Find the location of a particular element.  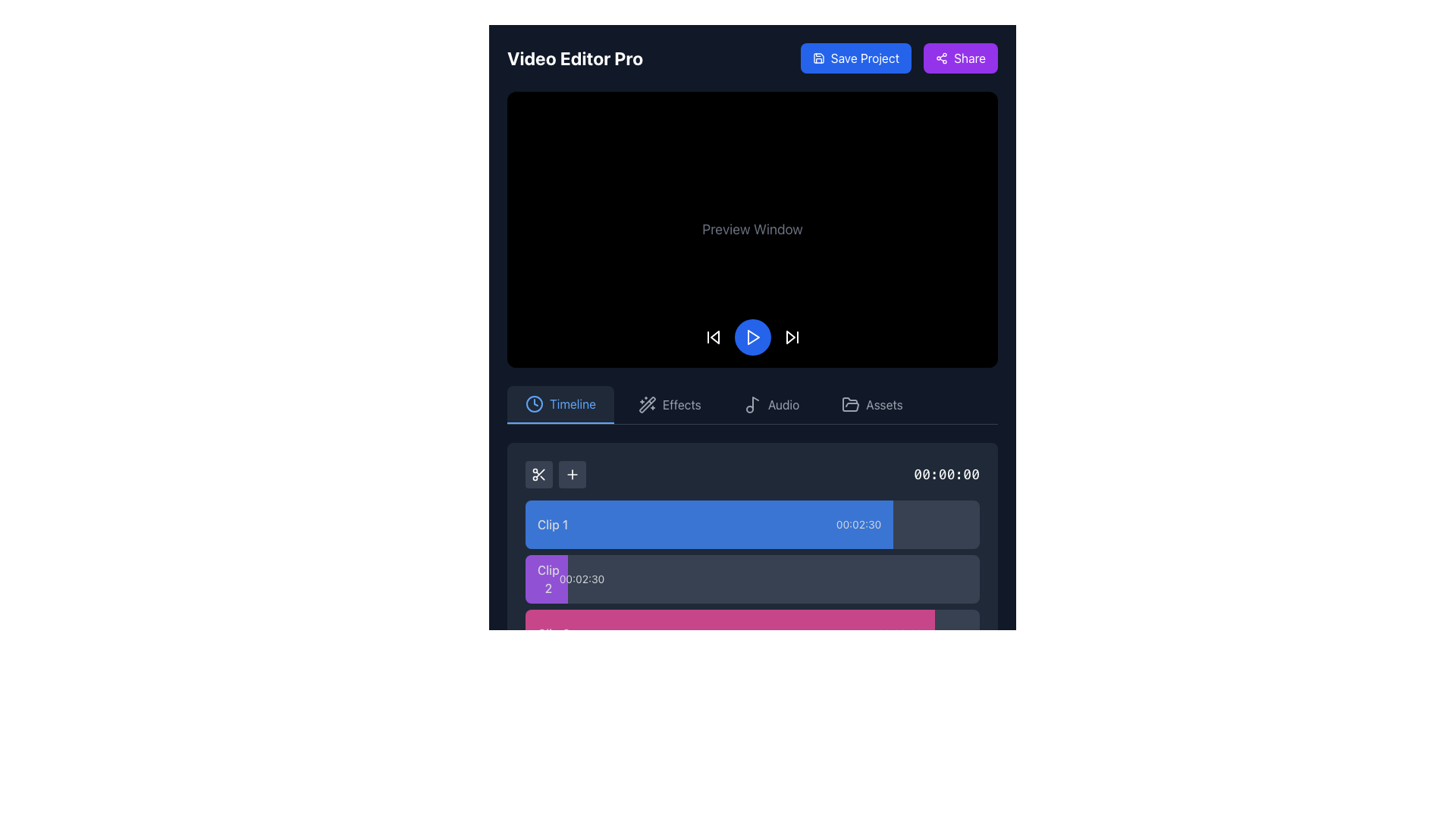

the 'Effects' tab button, which is the second option in the horizontal navigation group, to switch to the Effects section is located at coordinates (669, 403).